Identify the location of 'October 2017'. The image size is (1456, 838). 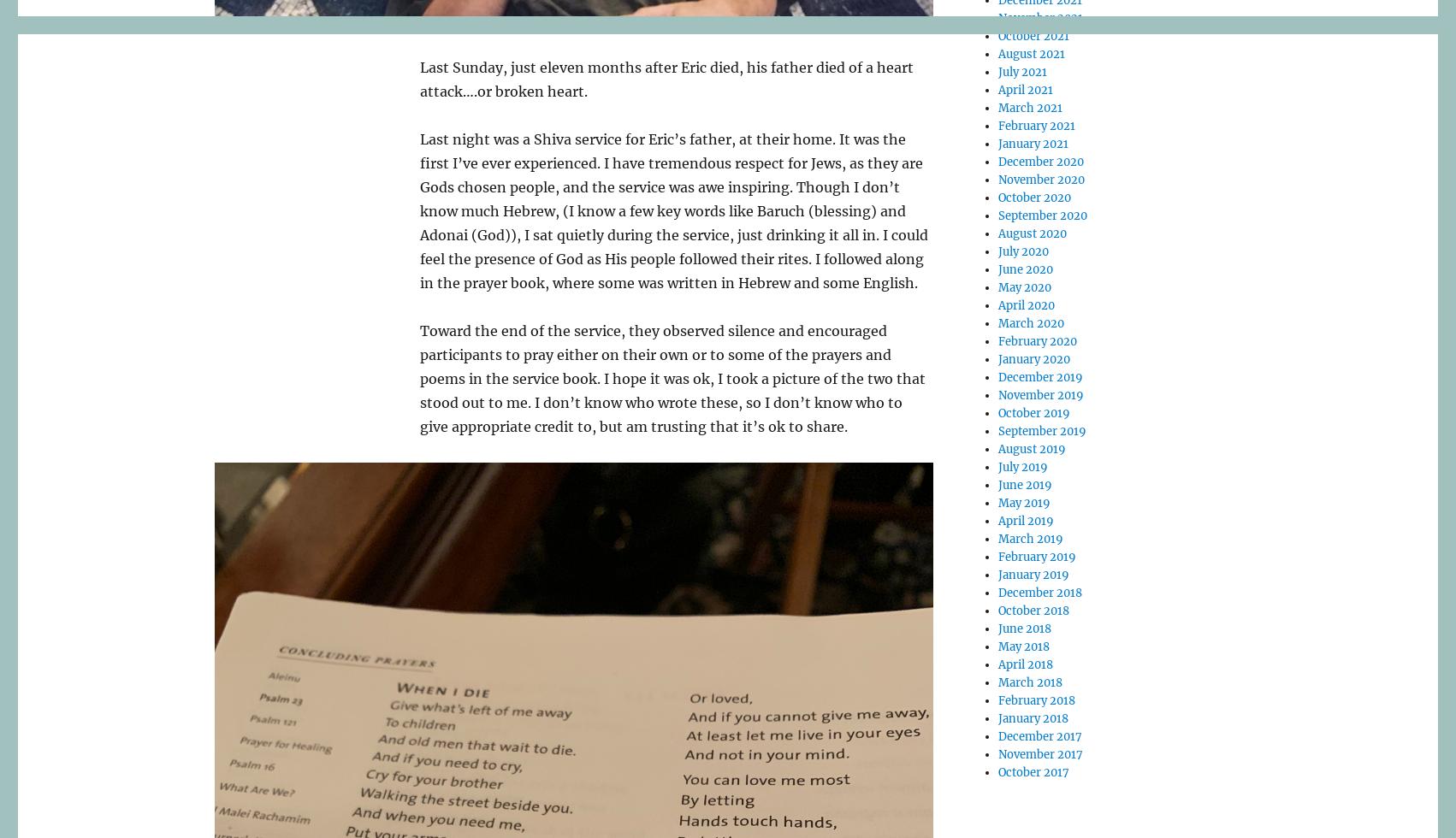
(998, 772).